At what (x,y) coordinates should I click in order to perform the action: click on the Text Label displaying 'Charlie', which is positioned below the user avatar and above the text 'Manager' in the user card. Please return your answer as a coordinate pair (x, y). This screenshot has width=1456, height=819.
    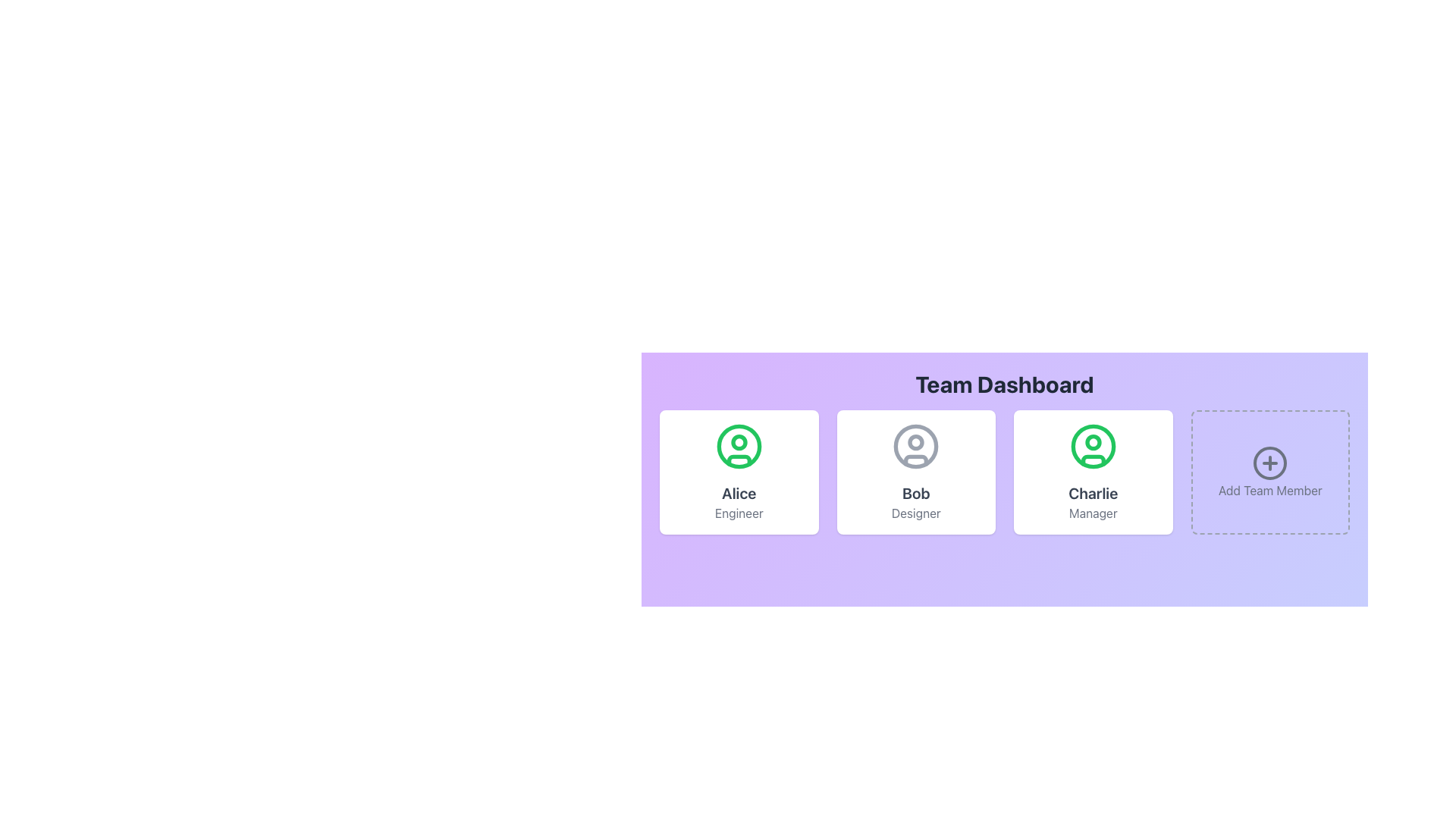
    Looking at the image, I should click on (1093, 494).